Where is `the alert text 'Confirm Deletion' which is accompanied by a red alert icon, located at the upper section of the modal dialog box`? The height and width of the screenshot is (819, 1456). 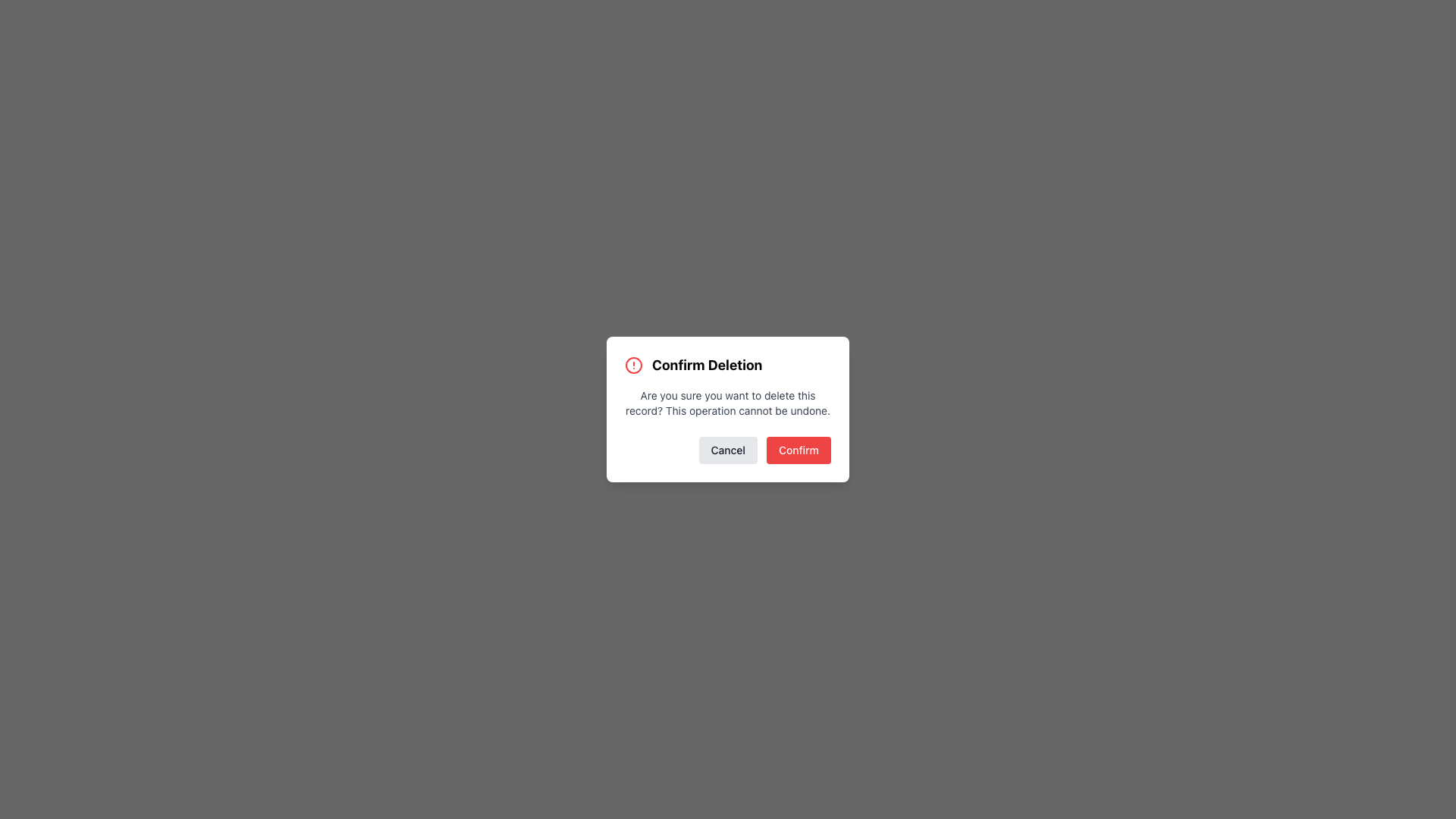
the alert text 'Confirm Deletion' which is accompanied by a red alert icon, located at the upper section of the modal dialog box is located at coordinates (728, 366).